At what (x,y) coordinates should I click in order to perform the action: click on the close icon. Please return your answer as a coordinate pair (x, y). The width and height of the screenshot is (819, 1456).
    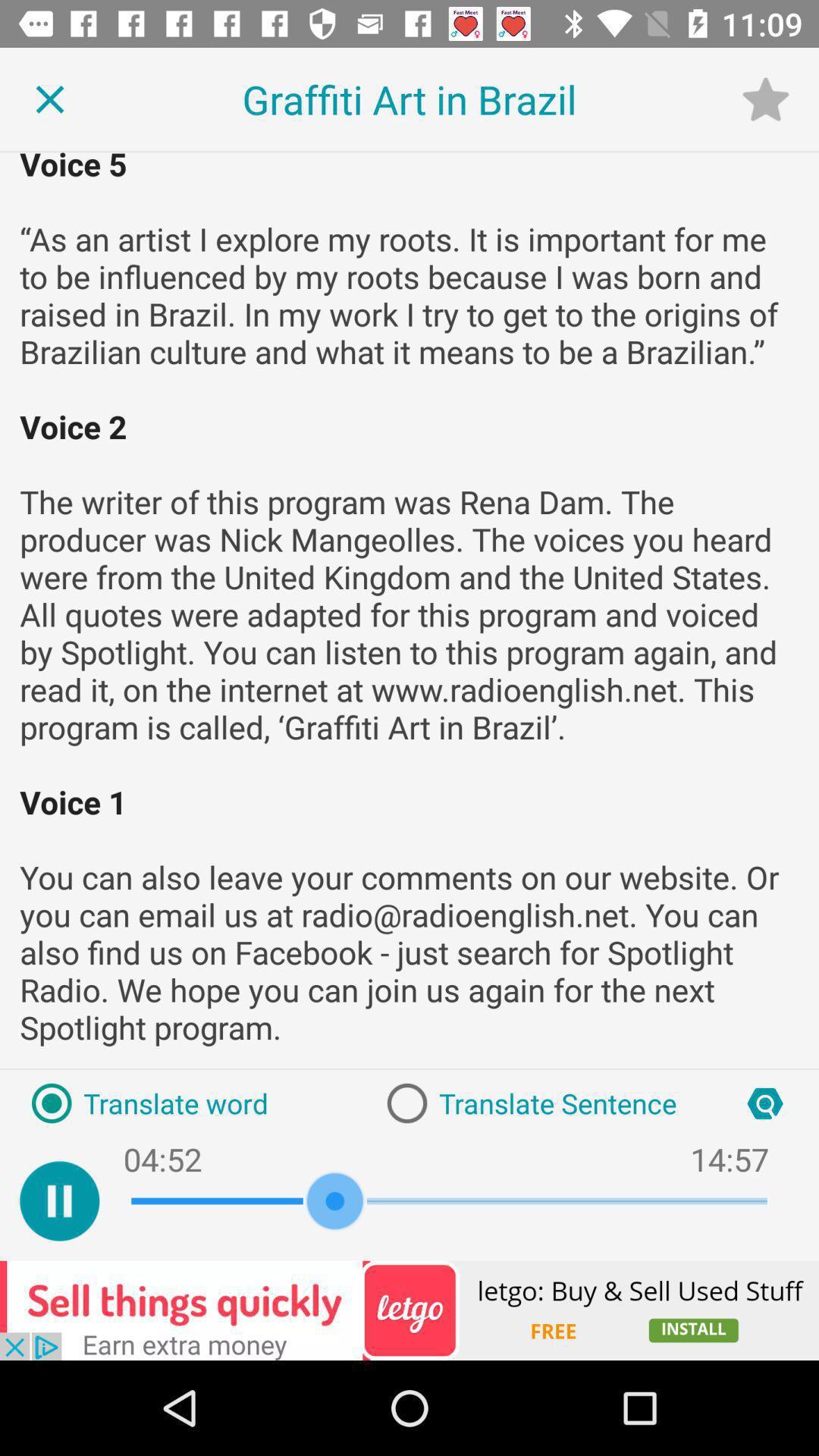
    Looking at the image, I should click on (49, 99).